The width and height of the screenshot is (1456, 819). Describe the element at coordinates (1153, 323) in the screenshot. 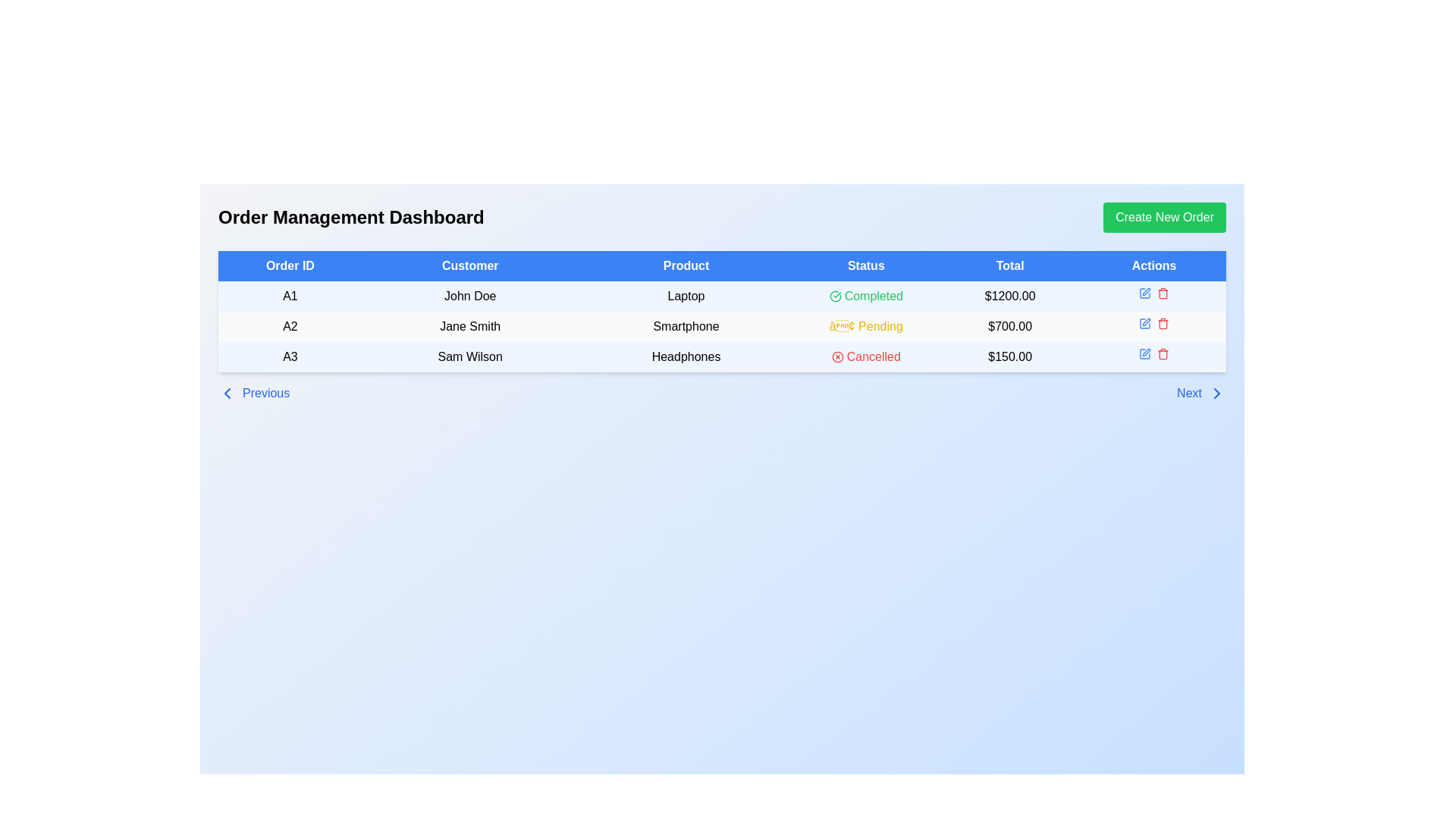

I see `the edit icon in the button group located in the 'Actions' column of the row for 'Jane Smith's order for the 'Smartphone'` at that location.